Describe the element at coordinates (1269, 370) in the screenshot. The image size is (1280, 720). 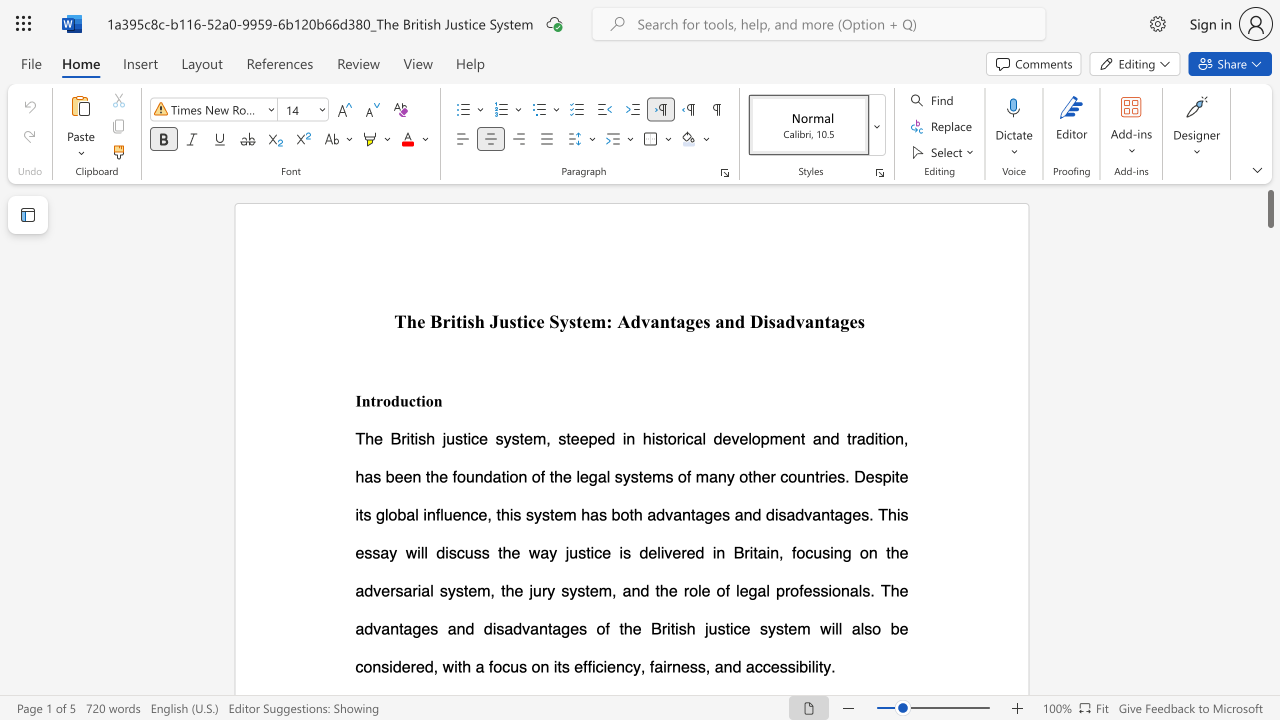
I see `the scrollbar on the right to move the page downward` at that location.